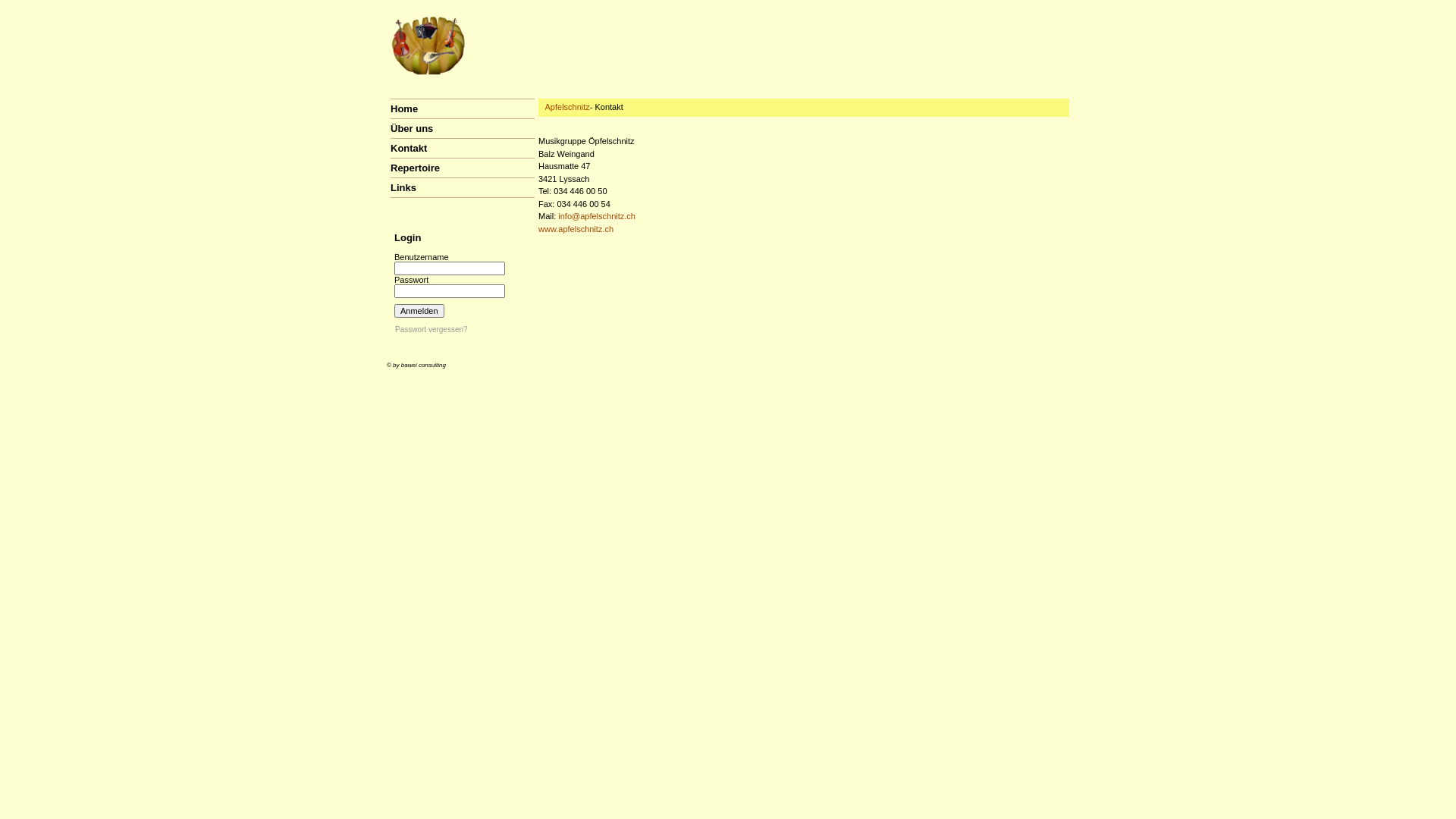 The image size is (1456, 819). What do you see at coordinates (596, 216) in the screenshot?
I see `'info@apfelschnitz.ch'` at bounding box center [596, 216].